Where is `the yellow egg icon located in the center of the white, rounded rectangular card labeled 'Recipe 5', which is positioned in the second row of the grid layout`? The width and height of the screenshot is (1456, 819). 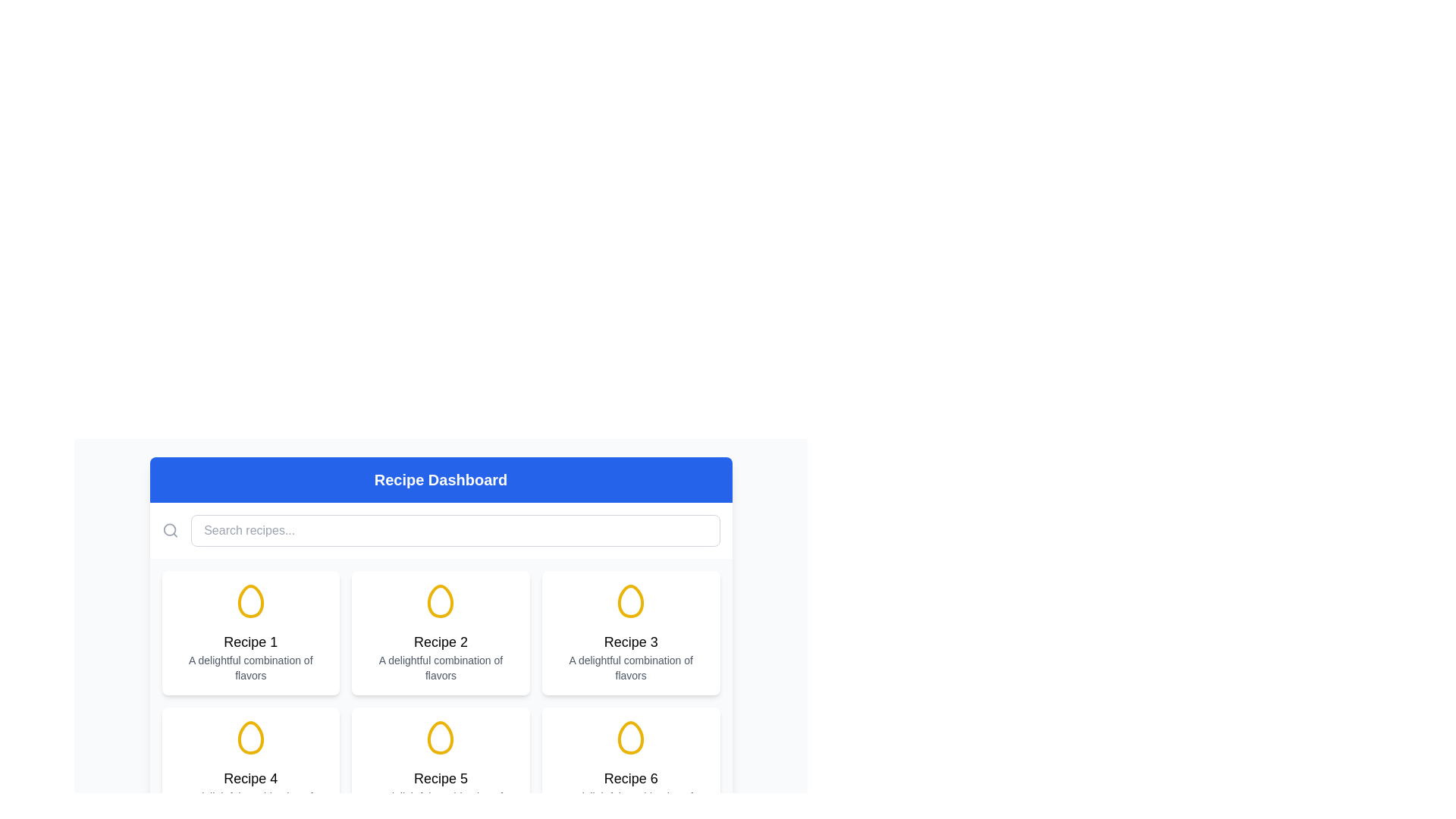 the yellow egg icon located in the center of the white, rounded rectangular card labeled 'Recipe 5', which is positioned in the second row of the grid layout is located at coordinates (440, 736).